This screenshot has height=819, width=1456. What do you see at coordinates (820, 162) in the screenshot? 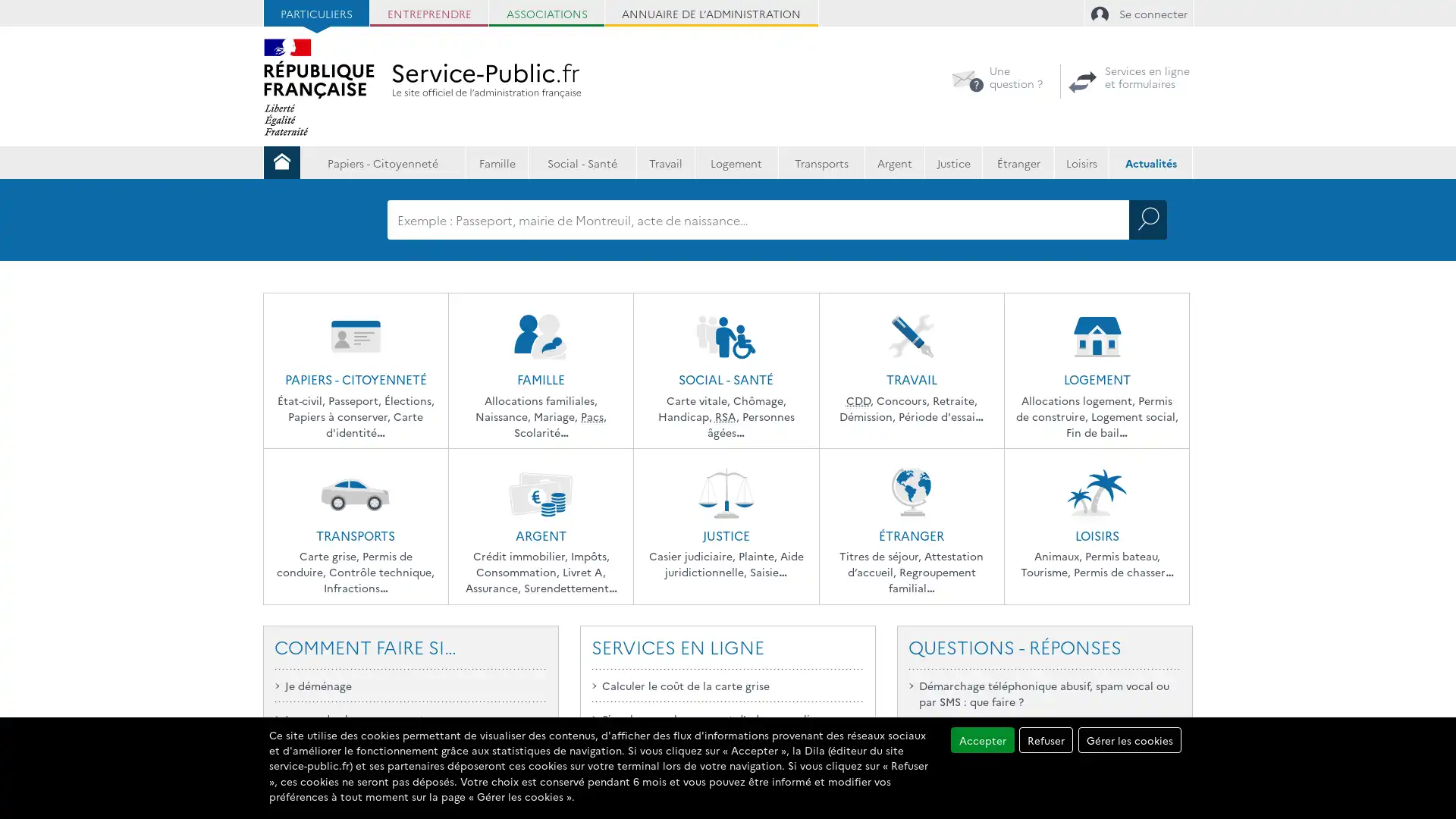
I see `Transports` at bounding box center [820, 162].